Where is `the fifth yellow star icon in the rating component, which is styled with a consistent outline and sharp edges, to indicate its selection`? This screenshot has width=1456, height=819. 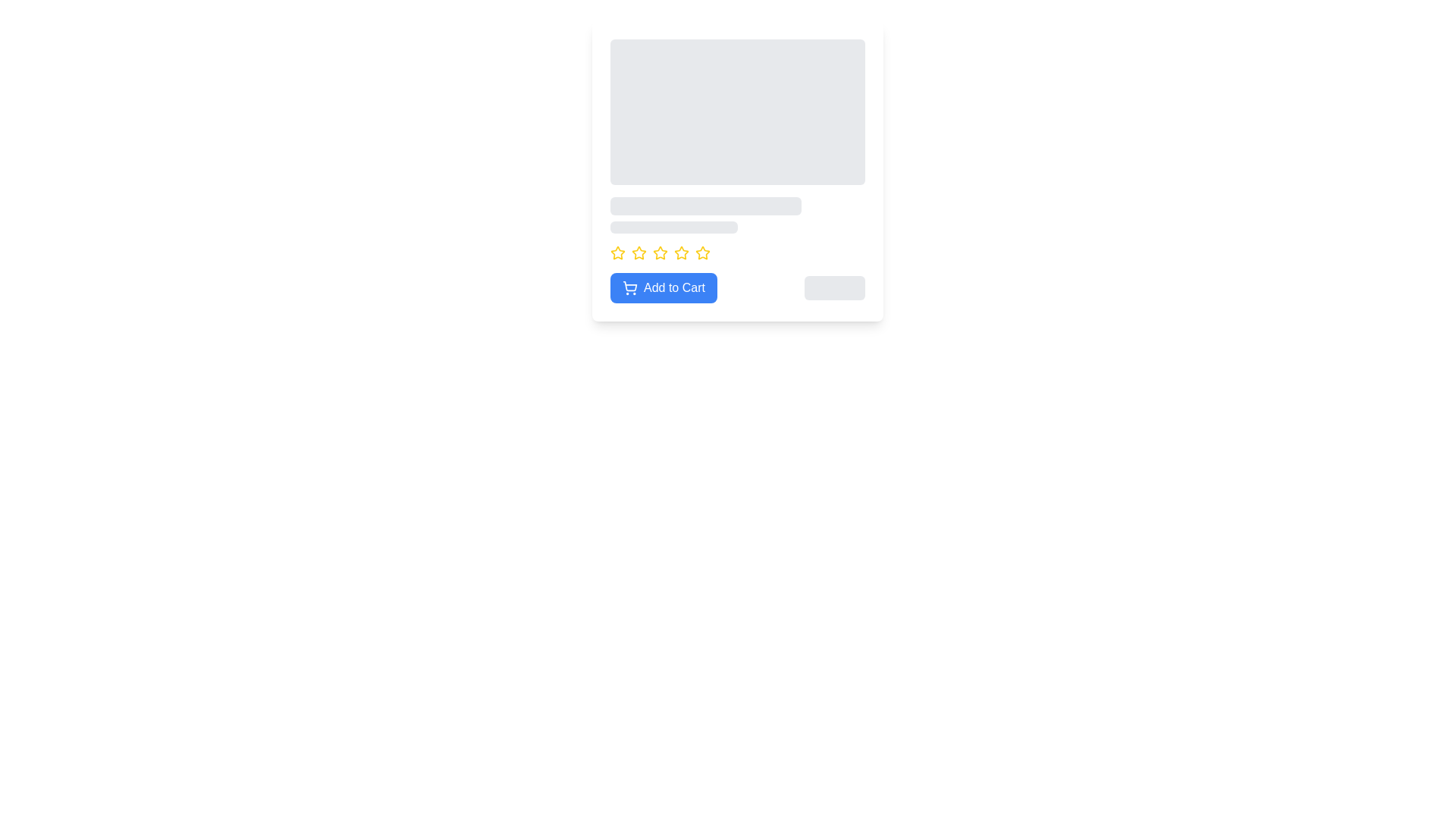 the fifth yellow star icon in the rating component, which is styled with a consistent outline and sharp edges, to indicate its selection is located at coordinates (660, 253).